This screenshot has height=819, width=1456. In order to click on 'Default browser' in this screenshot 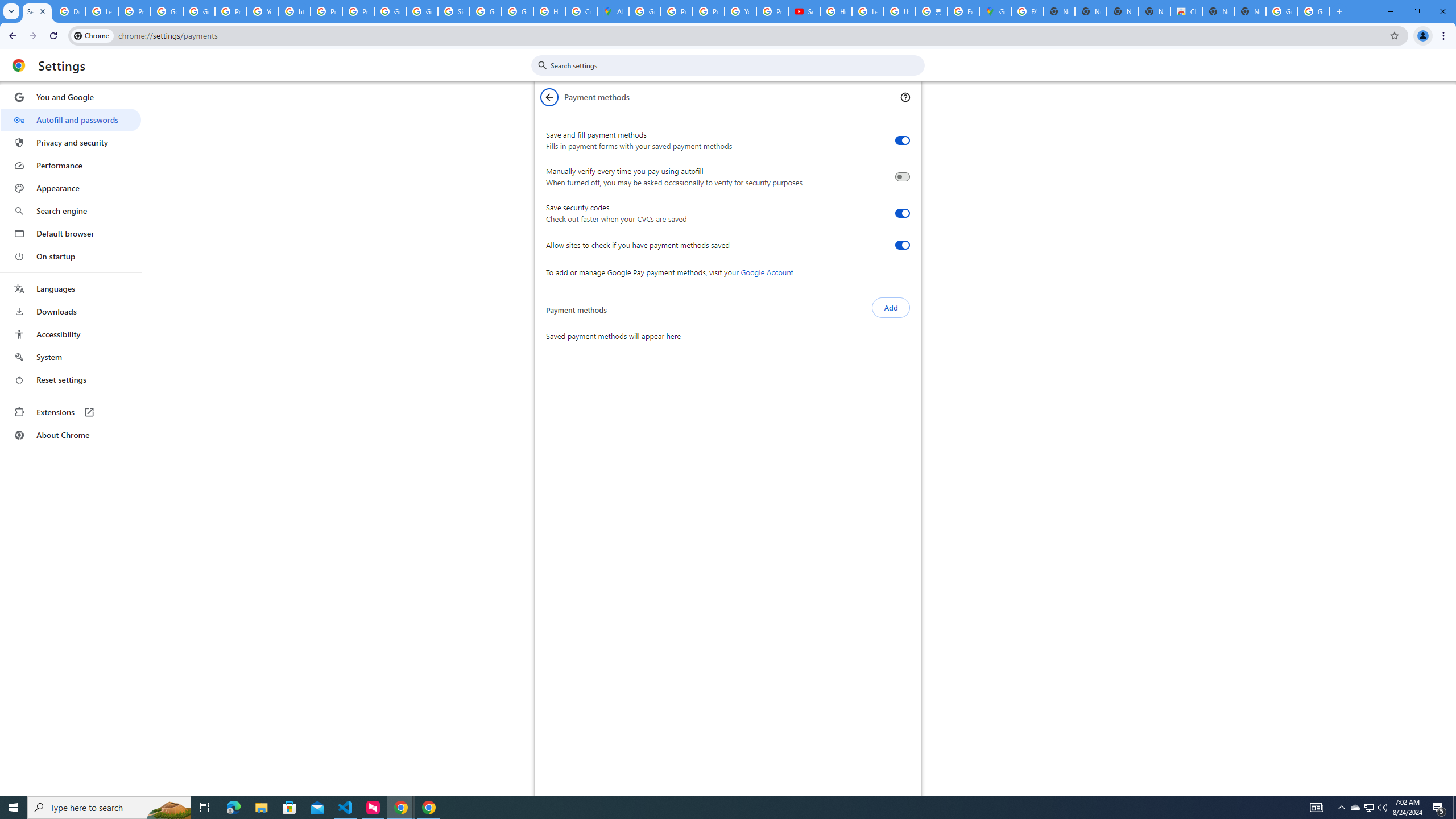, I will do `click(70, 233)`.